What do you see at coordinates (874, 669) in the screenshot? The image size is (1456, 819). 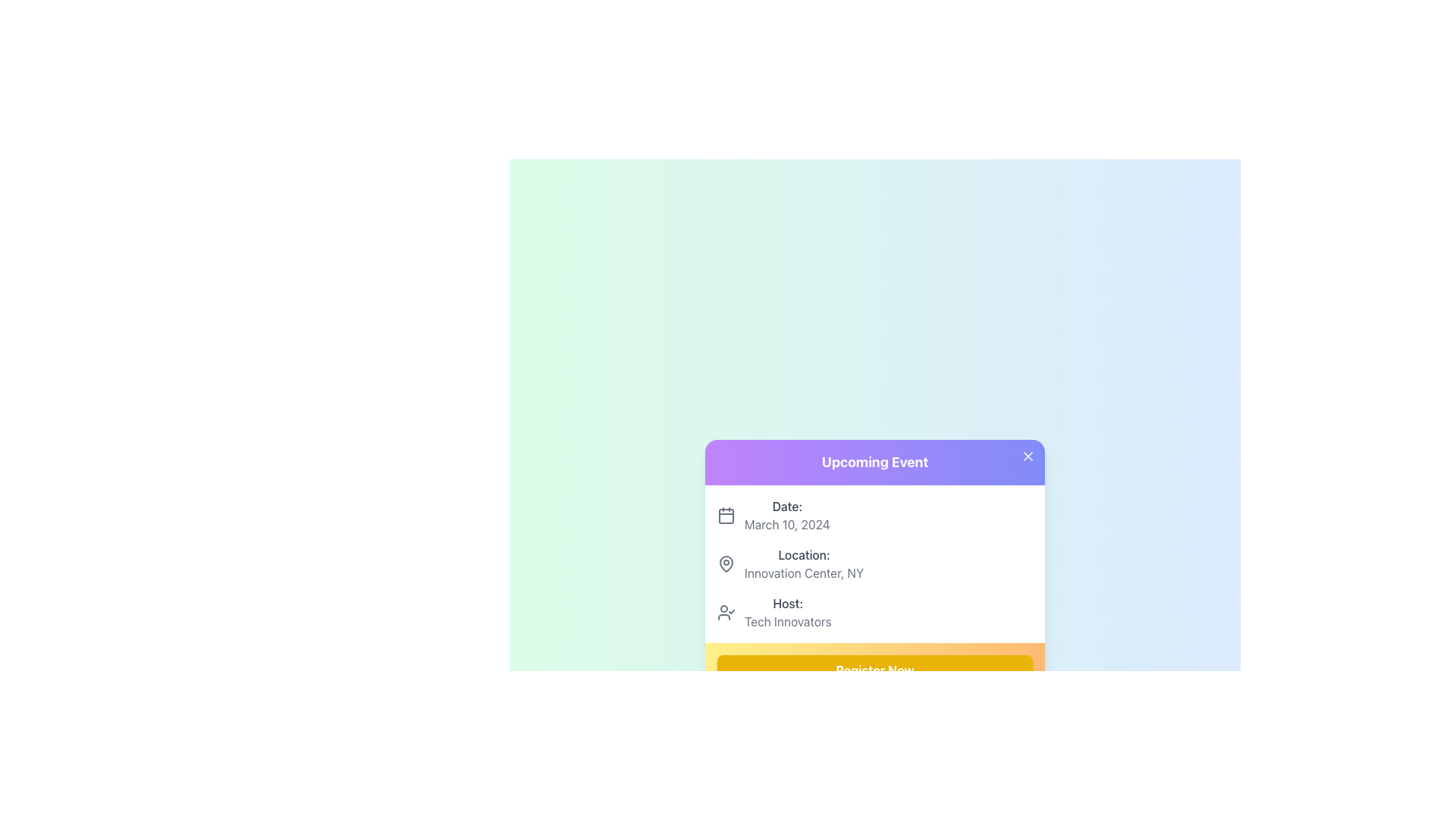 I see `the 'Register Now' button, which is located at the bottom of the 'Upcoming Event' card, to register` at bounding box center [874, 669].